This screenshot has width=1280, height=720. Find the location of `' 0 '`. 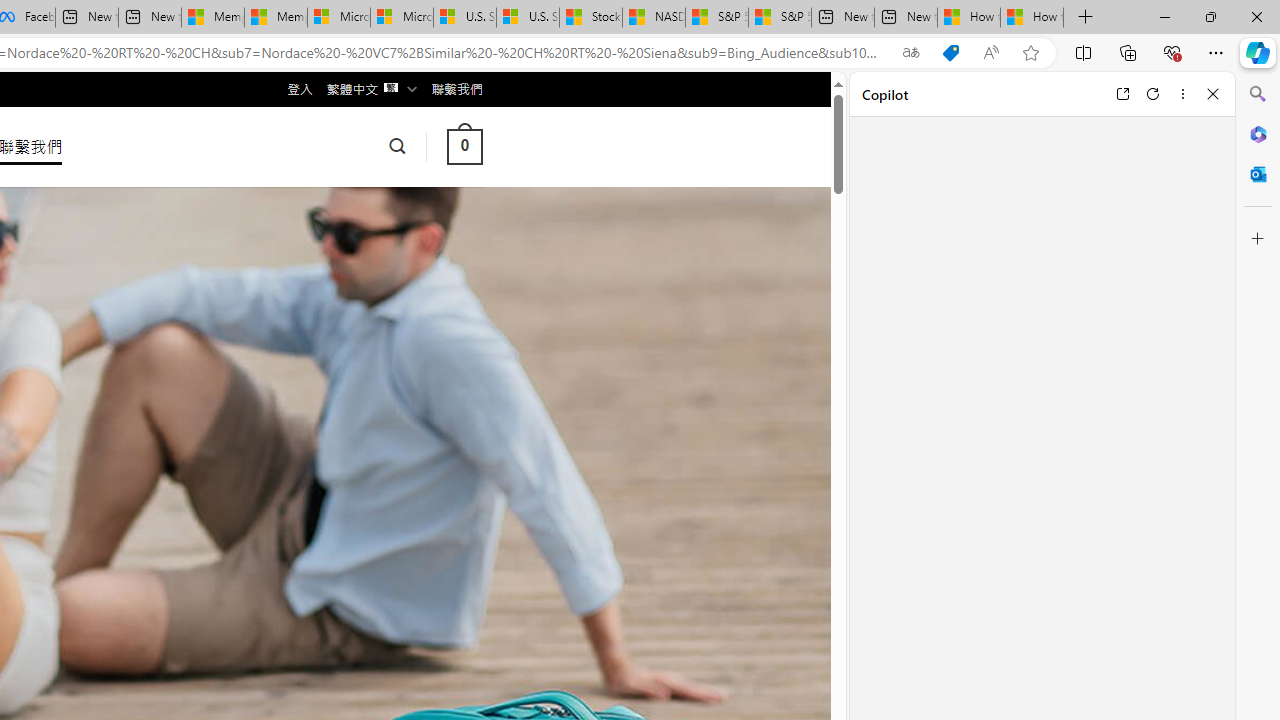

' 0 ' is located at coordinates (463, 145).